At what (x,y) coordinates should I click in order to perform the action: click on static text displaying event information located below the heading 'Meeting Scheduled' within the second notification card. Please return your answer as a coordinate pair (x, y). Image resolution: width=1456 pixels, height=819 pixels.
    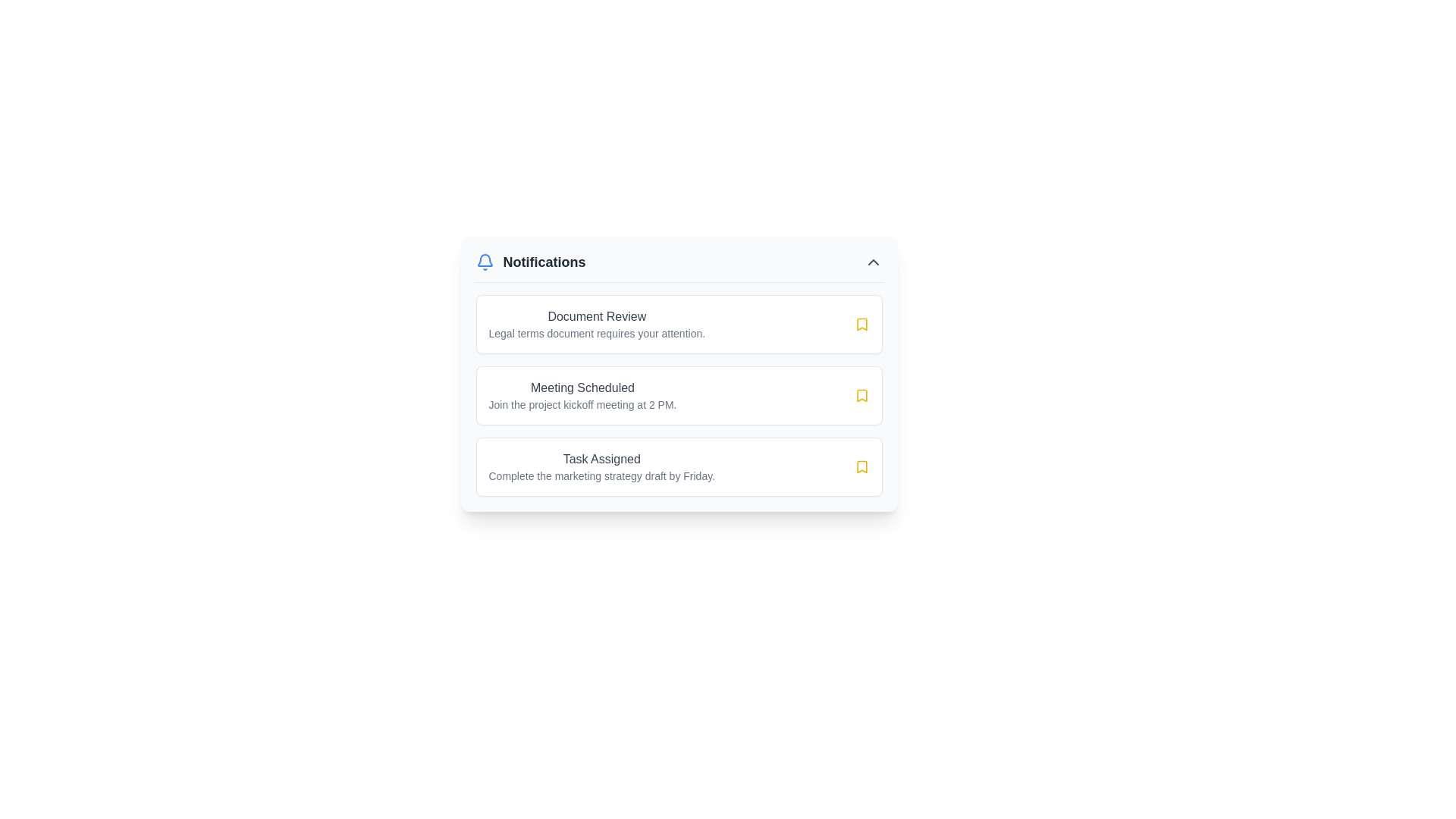
    Looking at the image, I should click on (582, 403).